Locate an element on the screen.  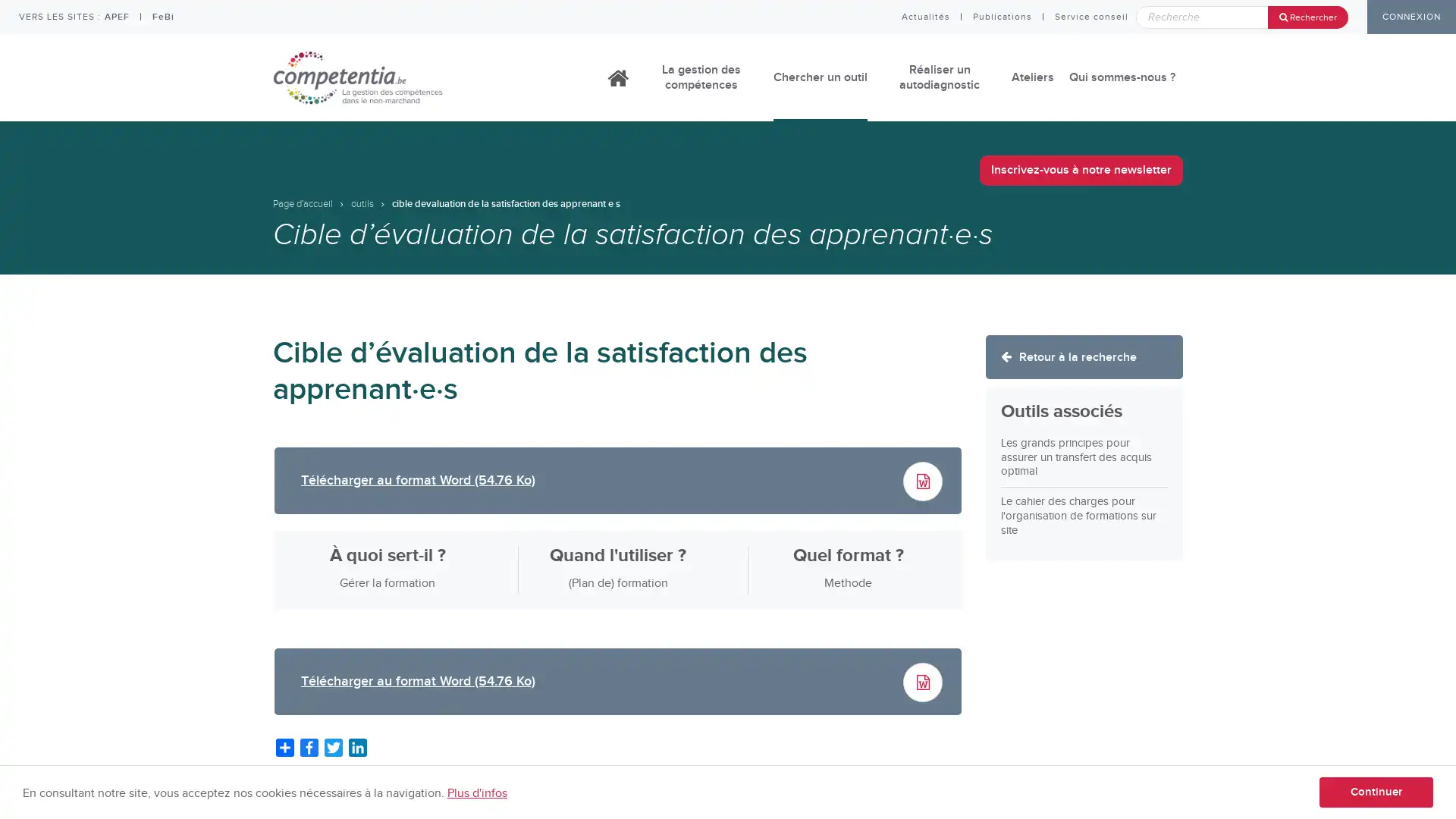
Rechercher is located at coordinates (1307, 17).